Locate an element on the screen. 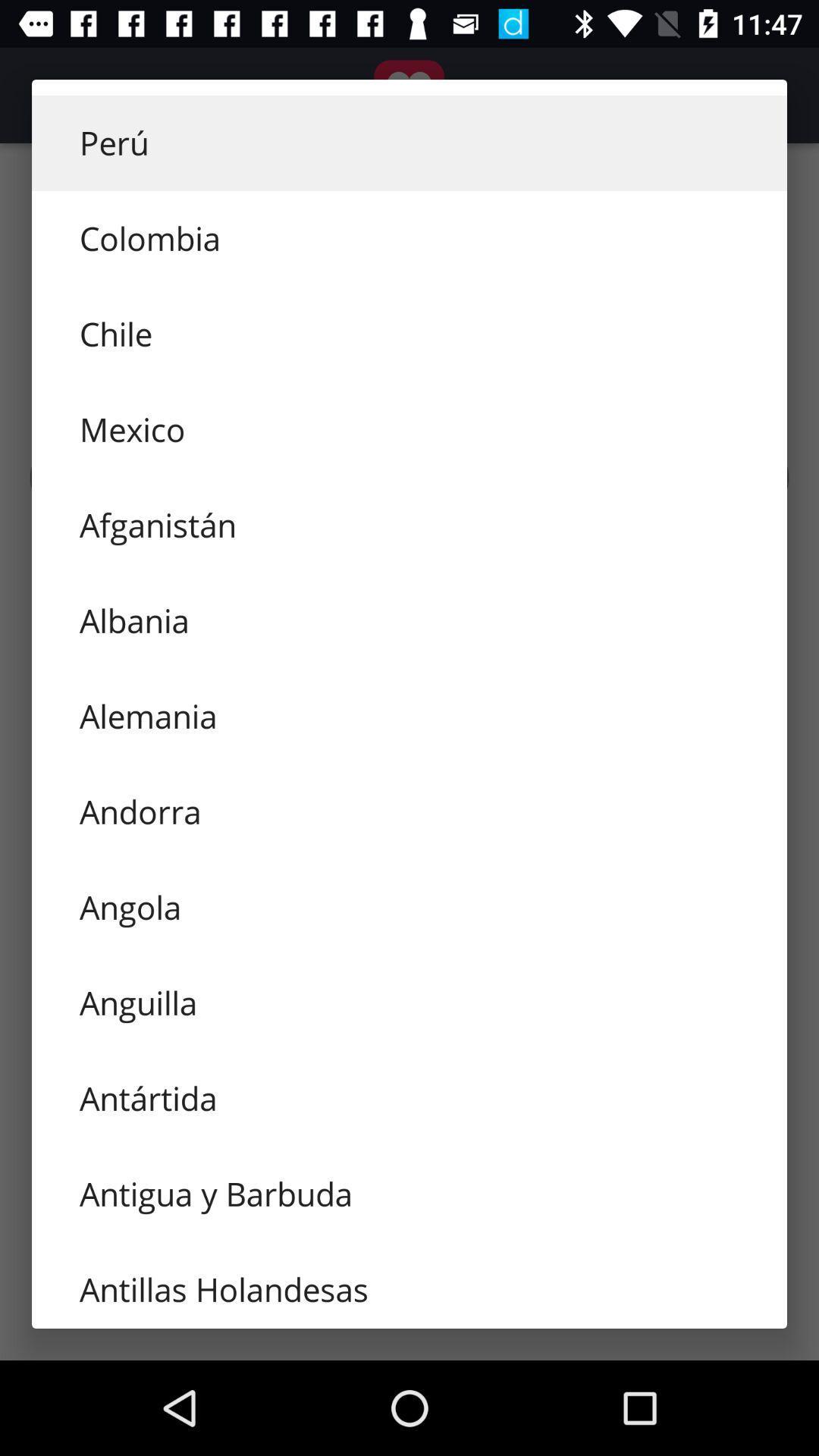  the icon below chile item is located at coordinates (409, 428).